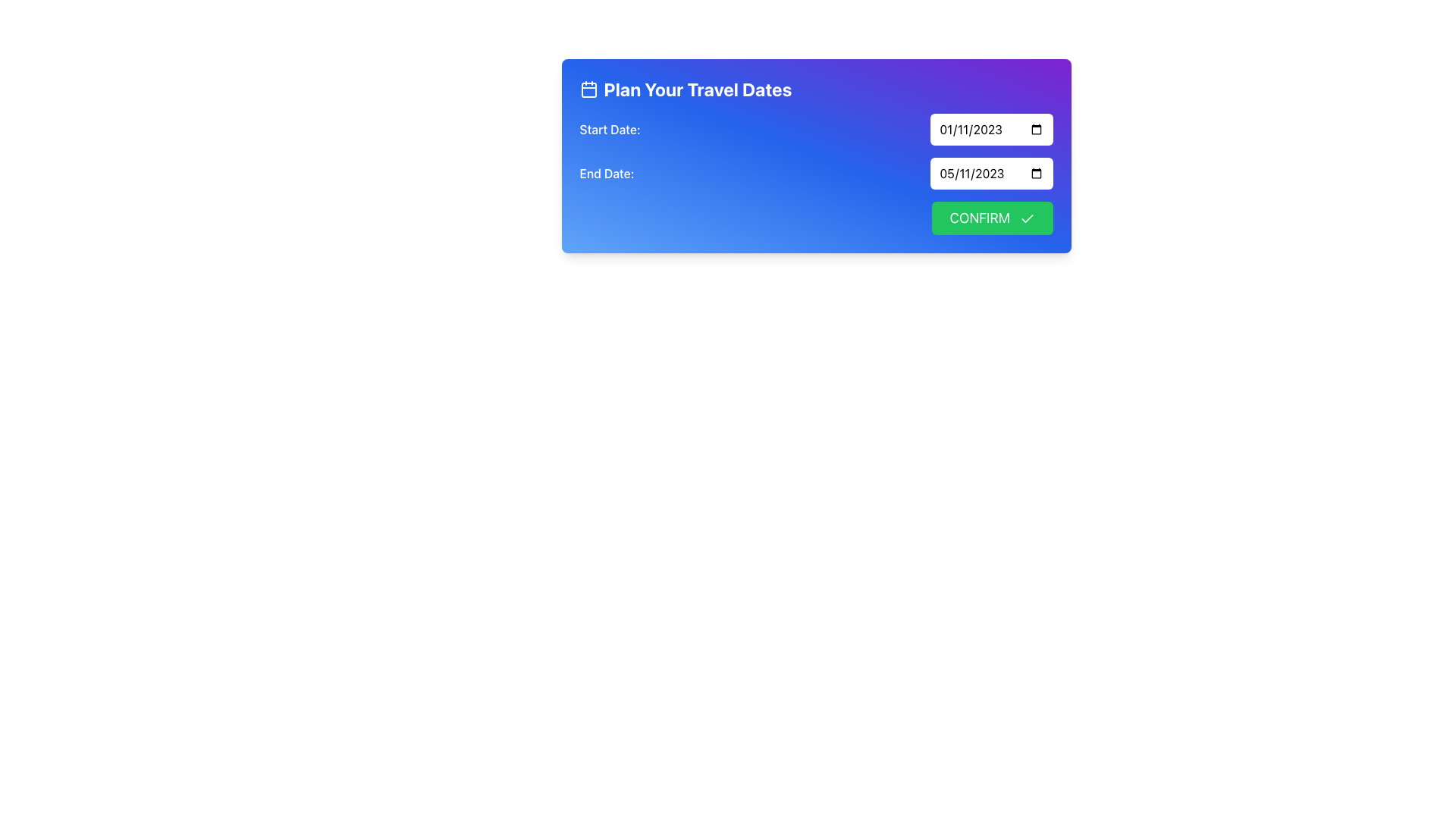 Image resolution: width=1456 pixels, height=819 pixels. I want to click on the date input field for the end of a travel period located below the 'Start Date:' field and to the right of the 'End Date:' label to enable keyboard input, so click(991, 172).